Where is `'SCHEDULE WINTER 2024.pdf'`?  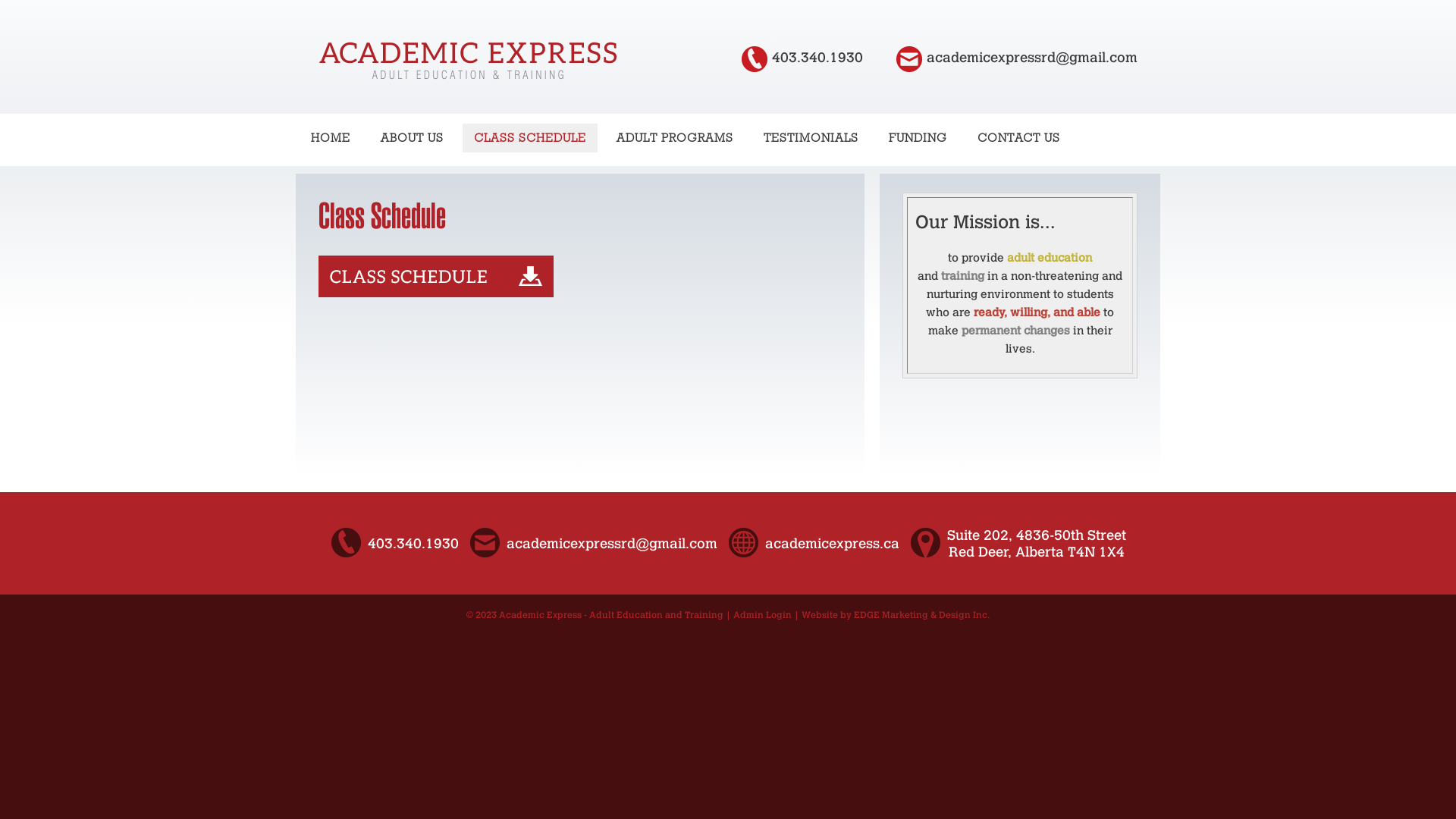 'SCHEDULE WINTER 2024.pdf' is located at coordinates (435, 293).